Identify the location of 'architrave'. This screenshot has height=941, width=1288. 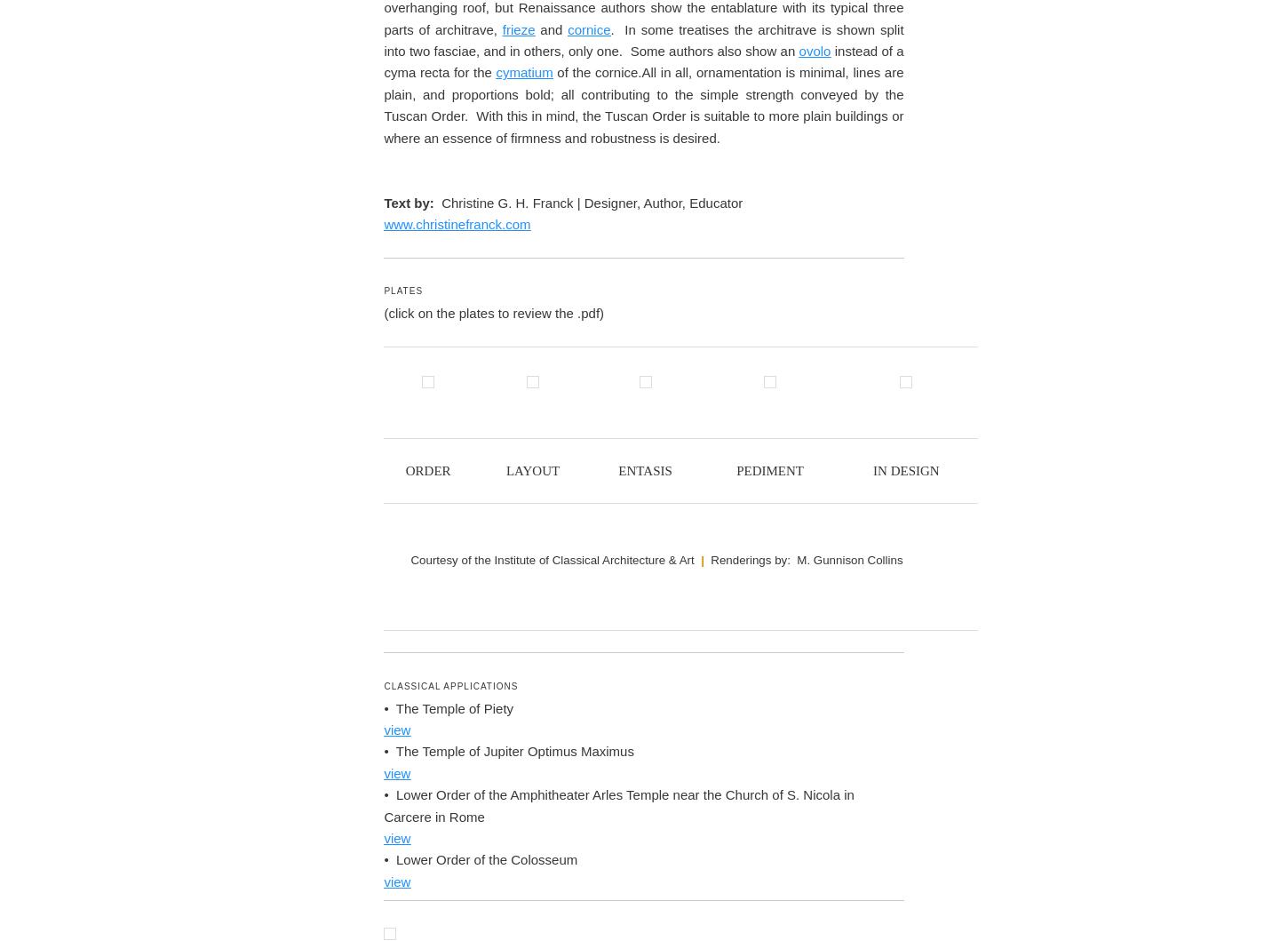
(520, 502).